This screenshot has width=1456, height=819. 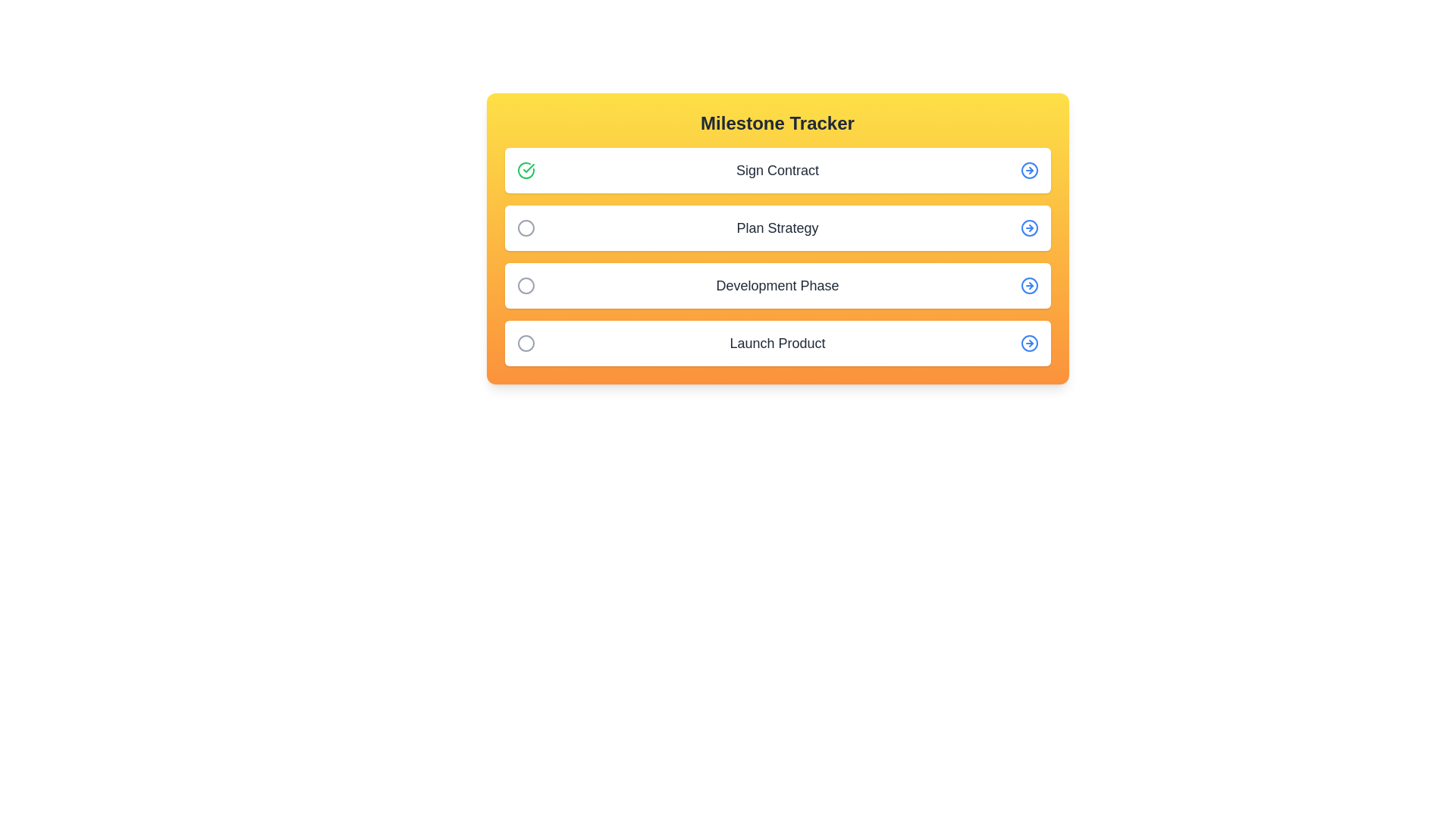 What do you see at coordinates (526, 170) in the screenshot?
I see `the green-stroked circular arc of the checkmark icon within the first list item of the 'Milestone Tracker' component` at bounding box center [526, 170].